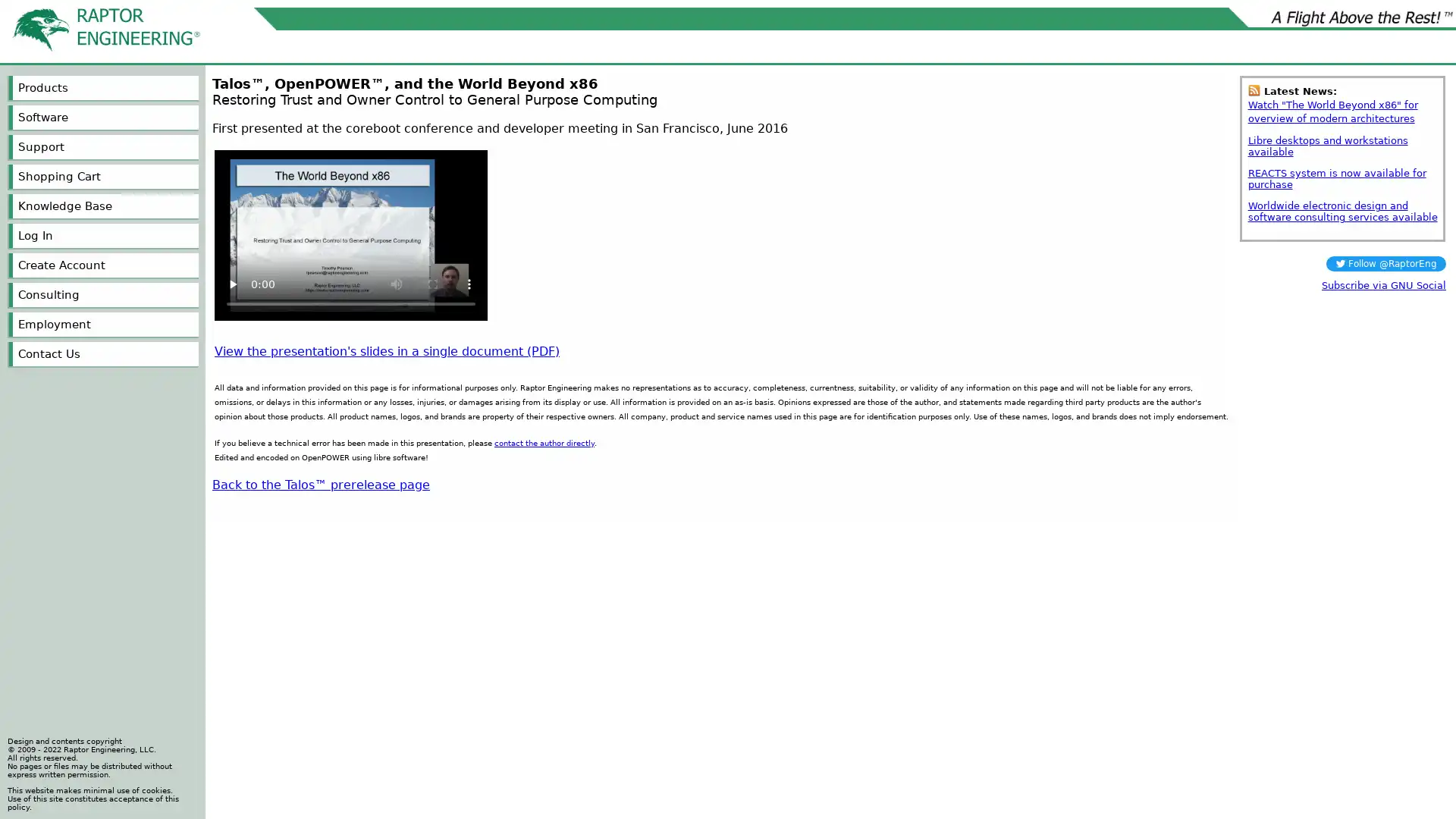  I want to click on play, so click(232, 284).